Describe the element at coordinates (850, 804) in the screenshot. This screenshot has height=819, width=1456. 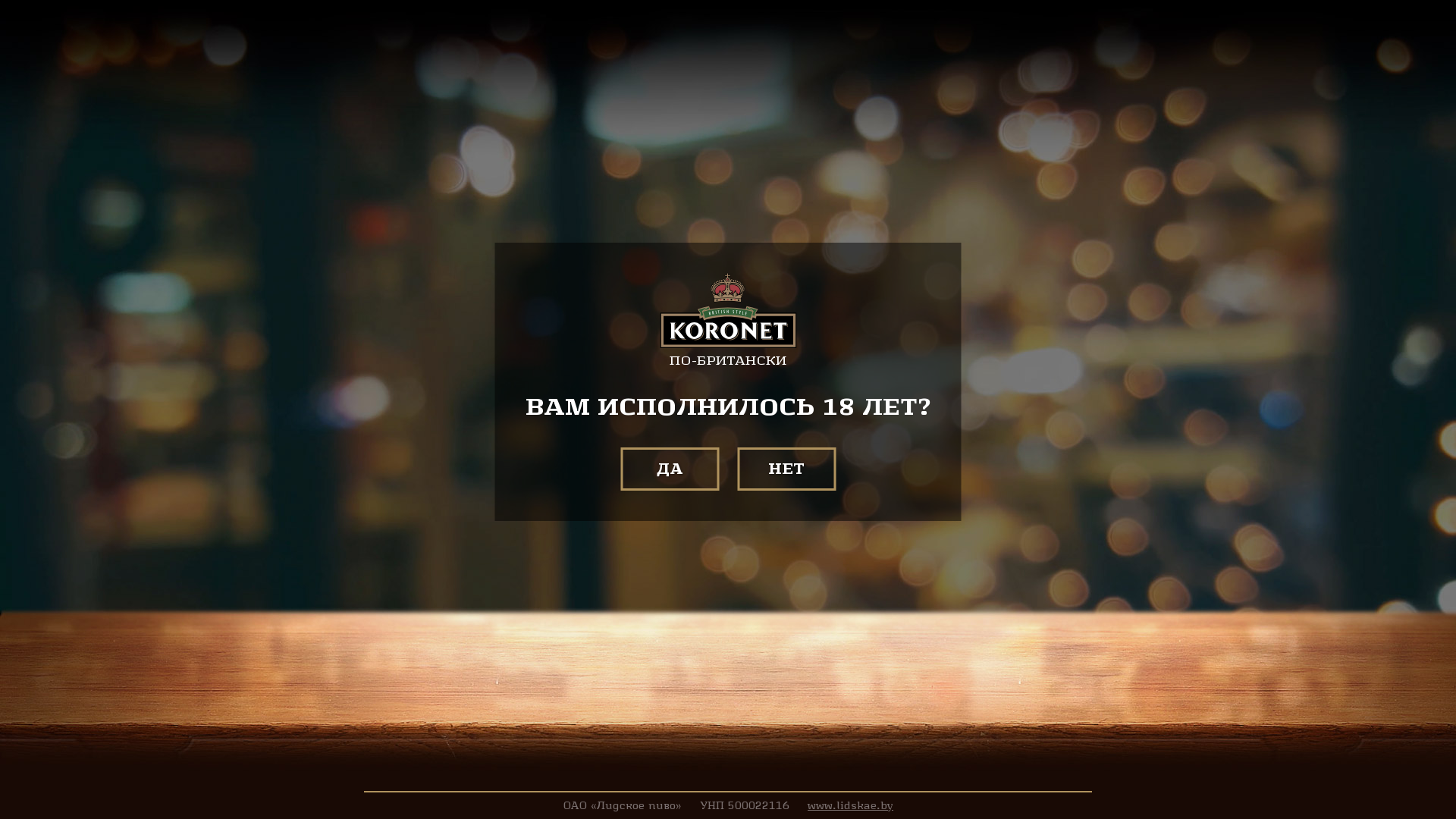
I see `'www.lidskae.by'` at that location.